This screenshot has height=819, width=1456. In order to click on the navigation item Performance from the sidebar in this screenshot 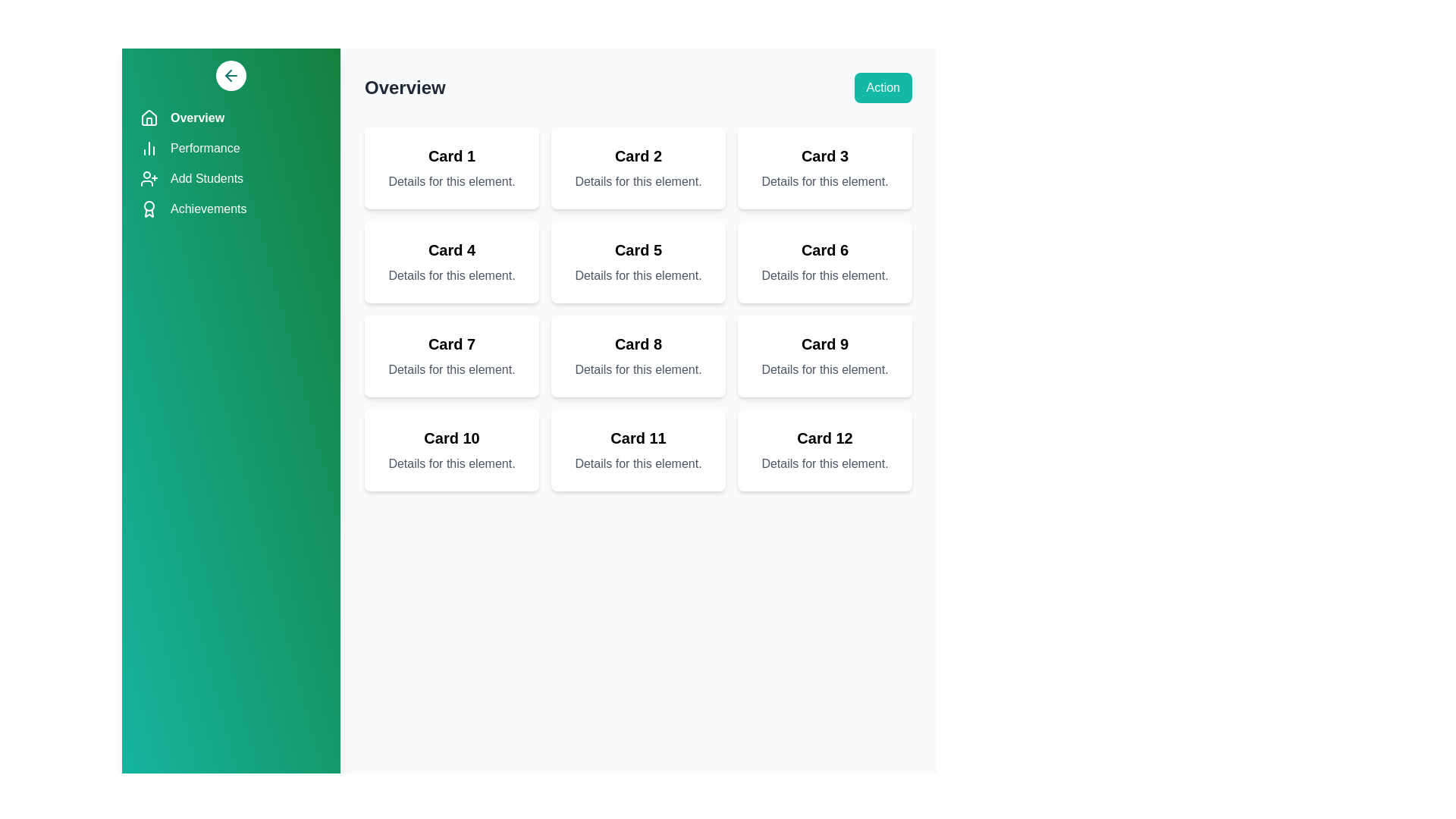, I will do `click(231, 149)`.